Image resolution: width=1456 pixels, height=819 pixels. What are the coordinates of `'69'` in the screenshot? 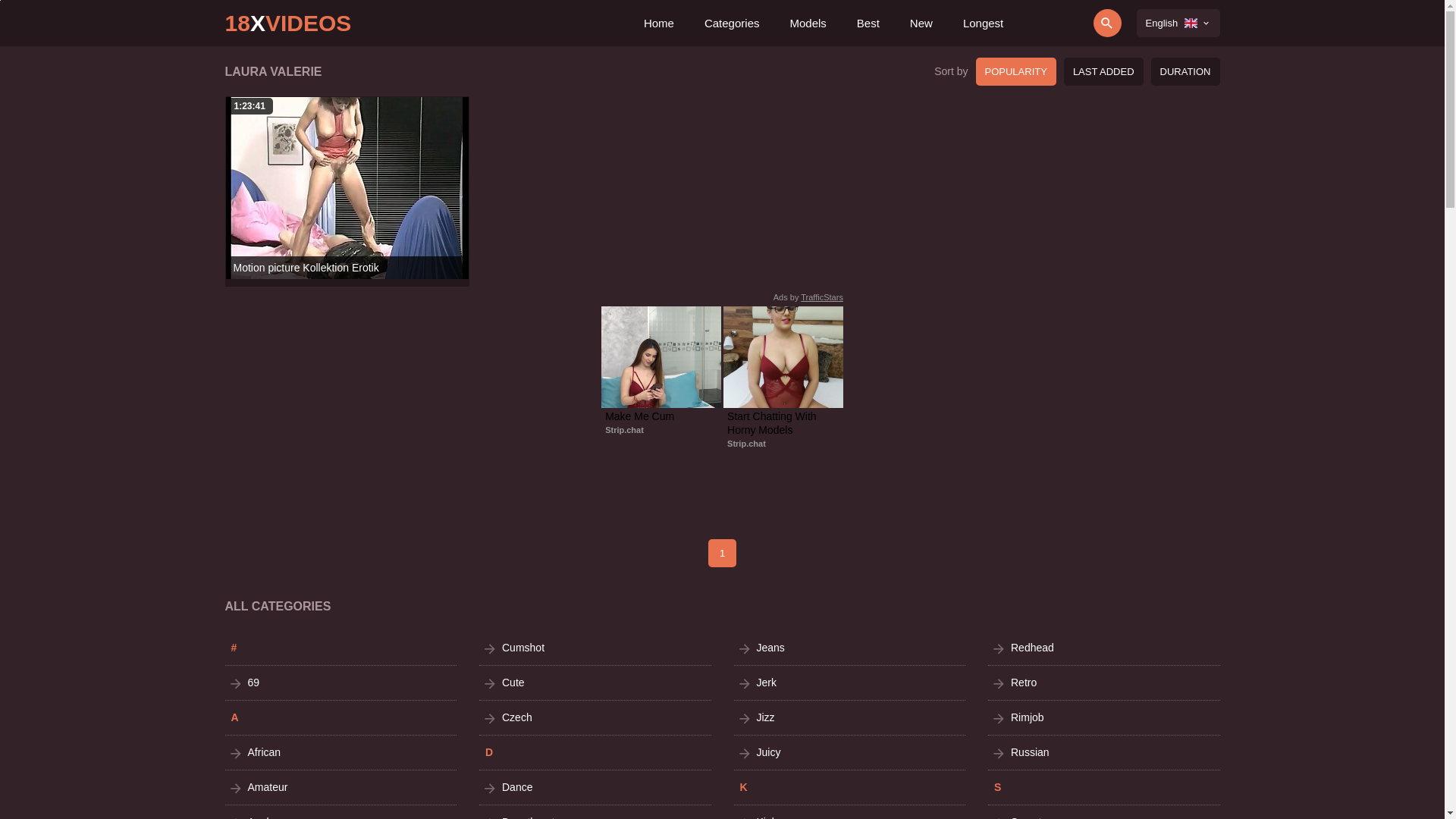 It's located at (224, 682).